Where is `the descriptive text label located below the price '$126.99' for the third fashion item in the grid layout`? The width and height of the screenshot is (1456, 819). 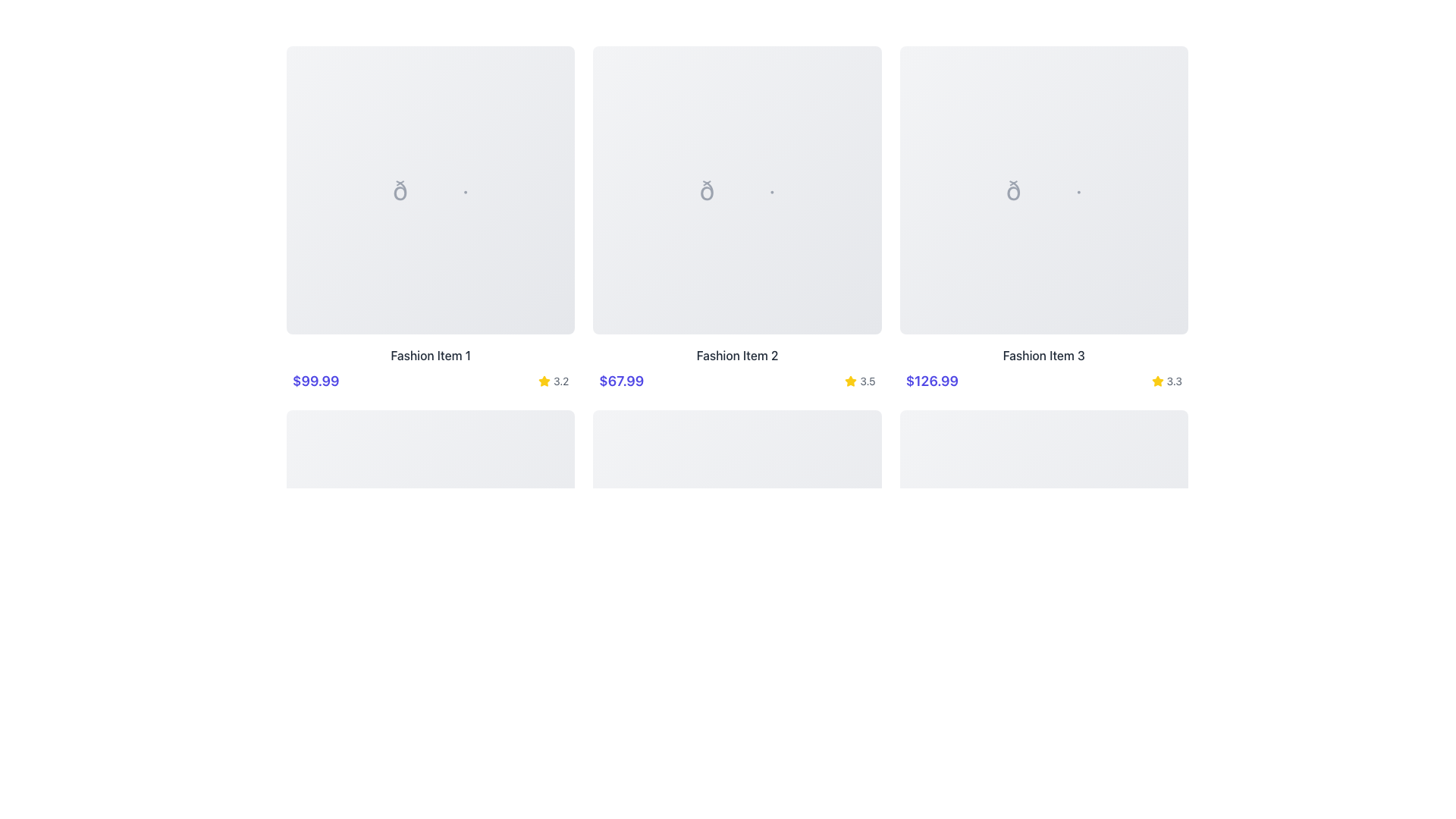 the descriptive text label located below the price '$126.99' for the third fashion item in the grid layout is located at coordinates (1043, 356).